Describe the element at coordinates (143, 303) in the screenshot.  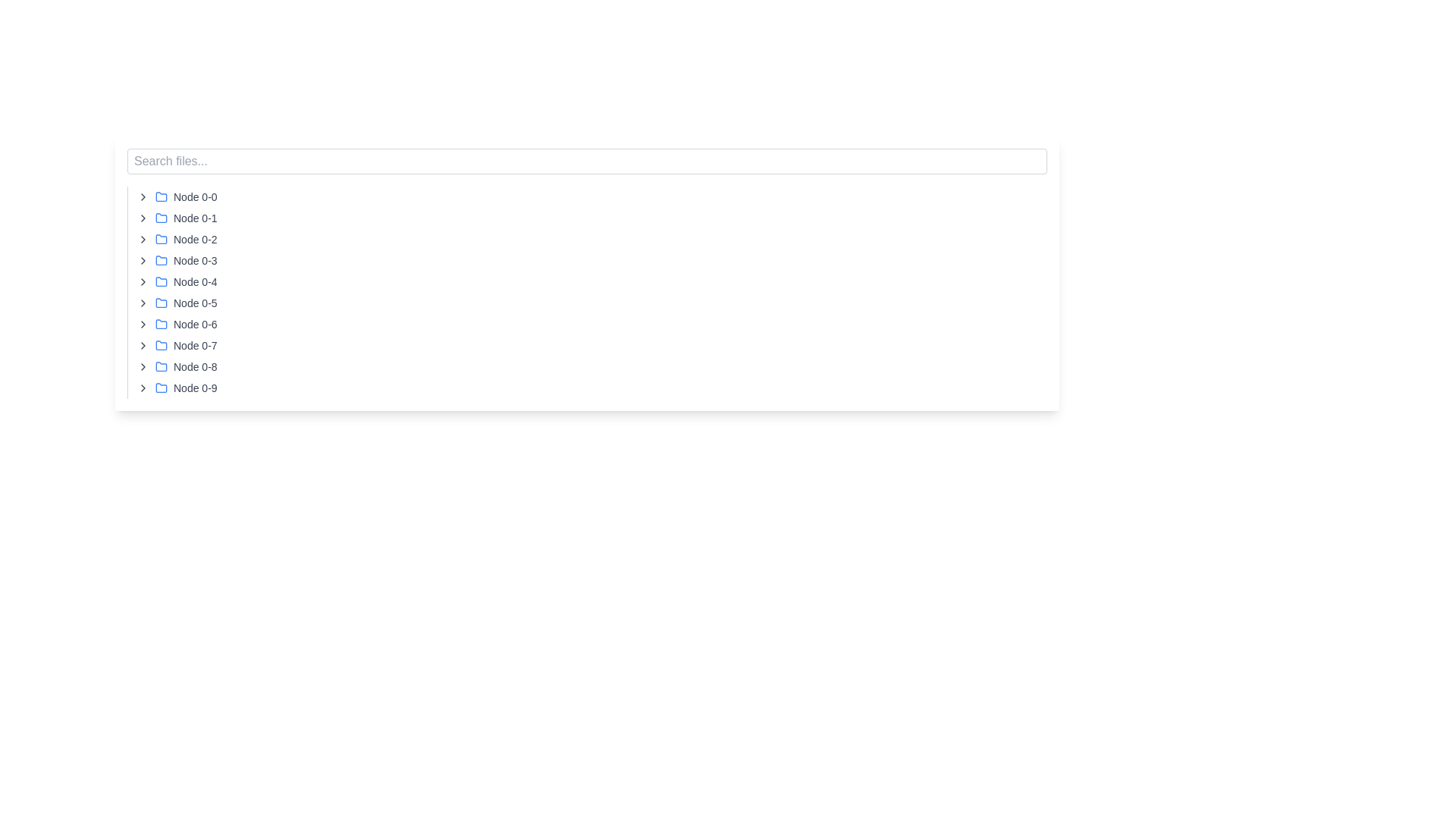
I see `the collapsible indicator for the 'Node 0-5' node` at that location.